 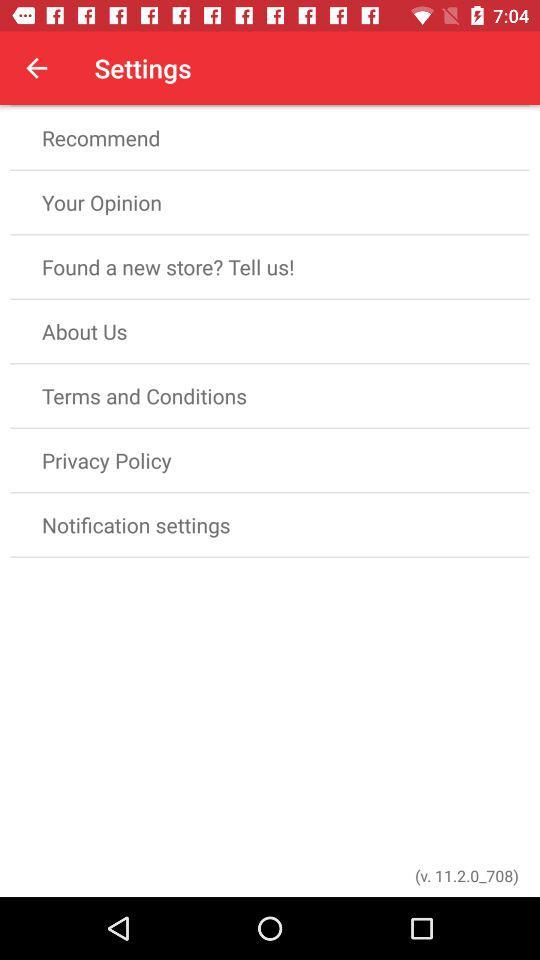 I want to click on your opinion, so click(x=270, y=202).